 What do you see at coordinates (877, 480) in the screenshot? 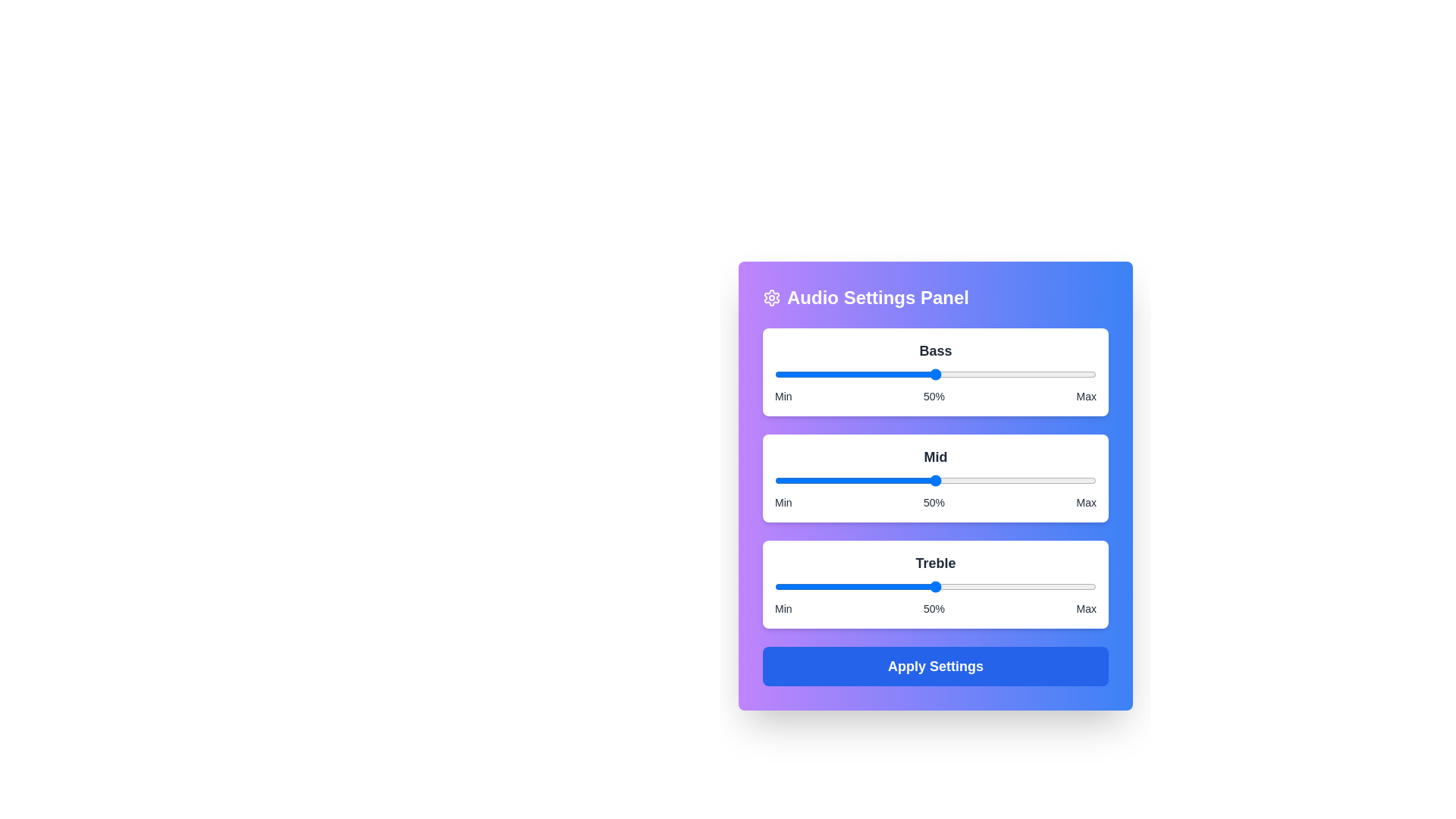
I see `slider` at bounding box center [877, 480].